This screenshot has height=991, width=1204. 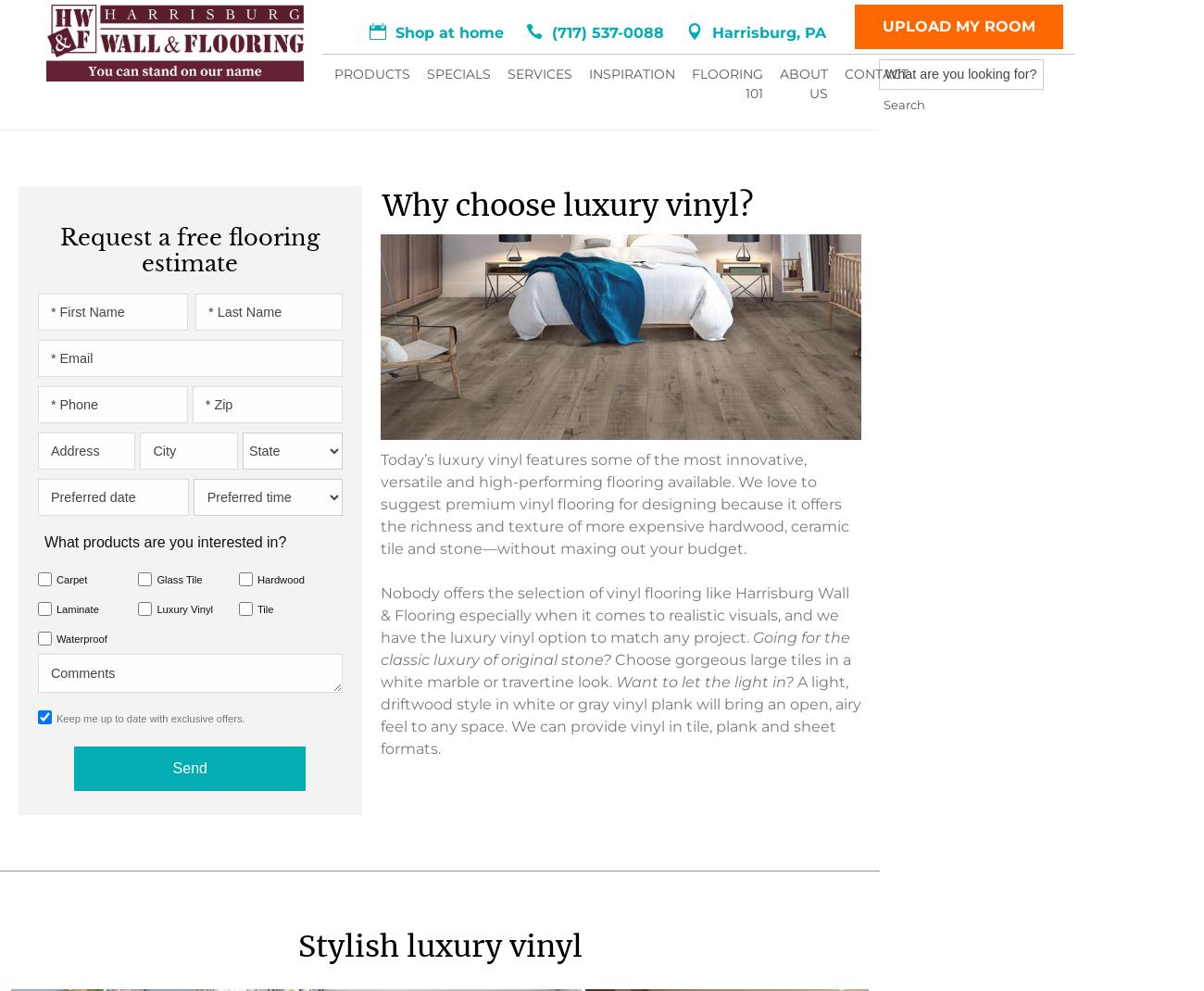 I want to click on 'Menu ▼', so click(x=245, y=55).